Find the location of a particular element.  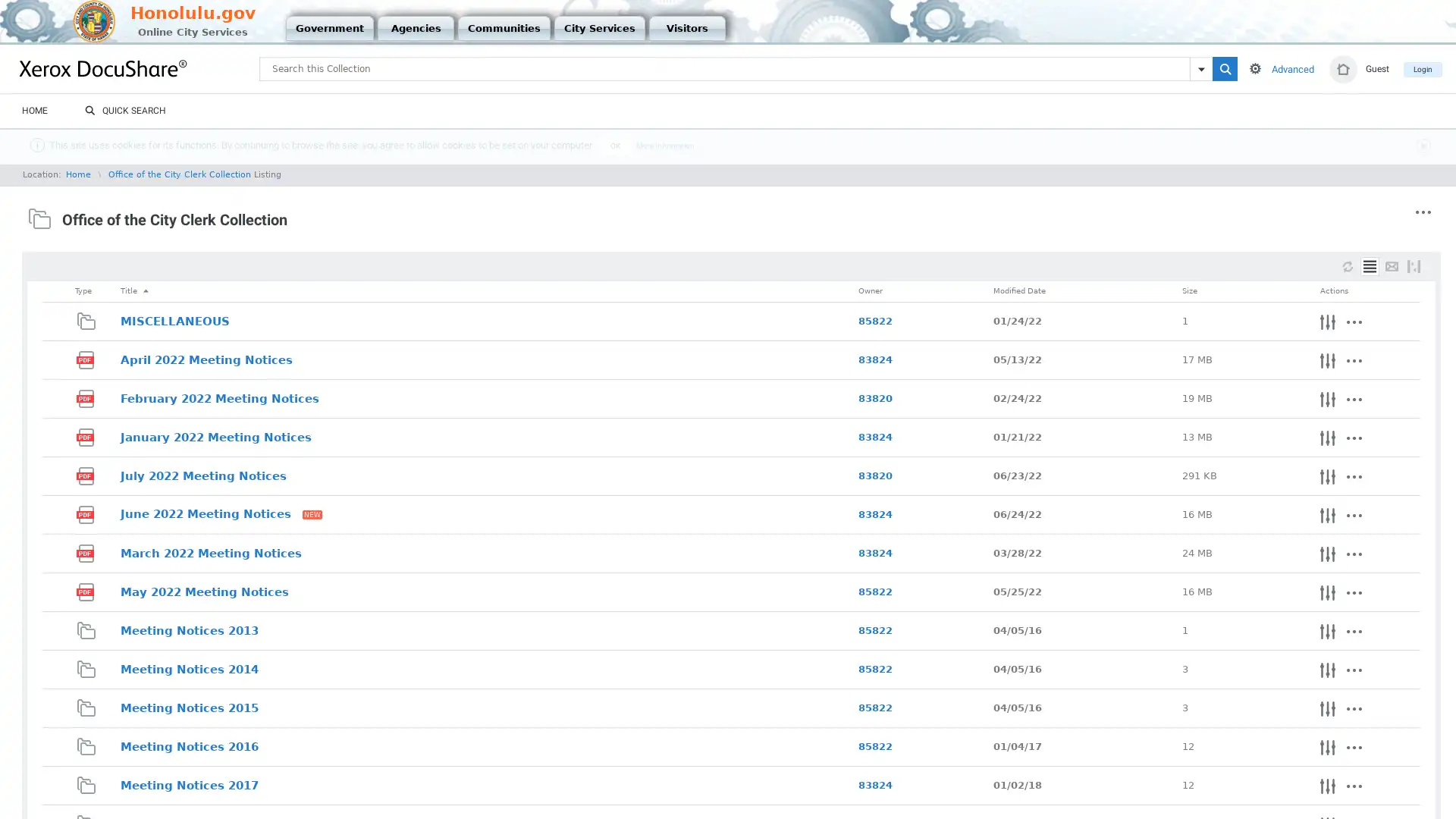

= is located at coordinates (1225, 69).